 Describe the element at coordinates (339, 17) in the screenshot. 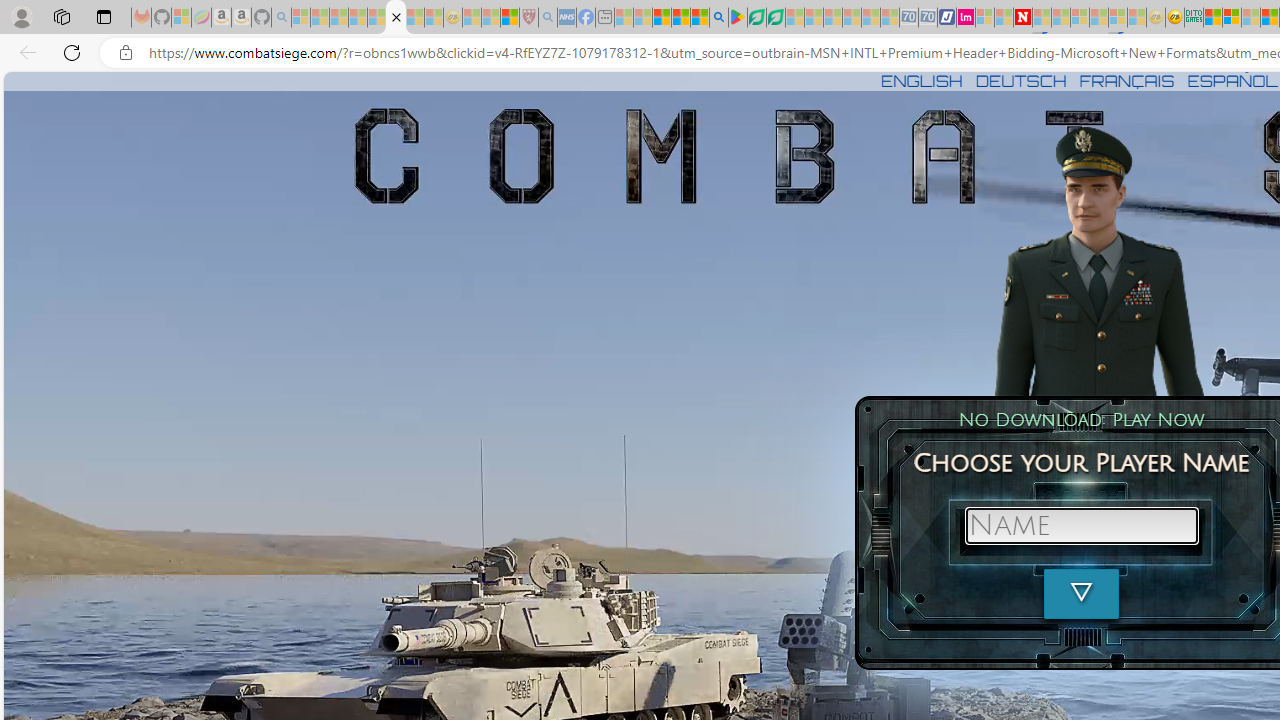

I see `'The Weather Channel - MSN - Sleeping'` at that location.